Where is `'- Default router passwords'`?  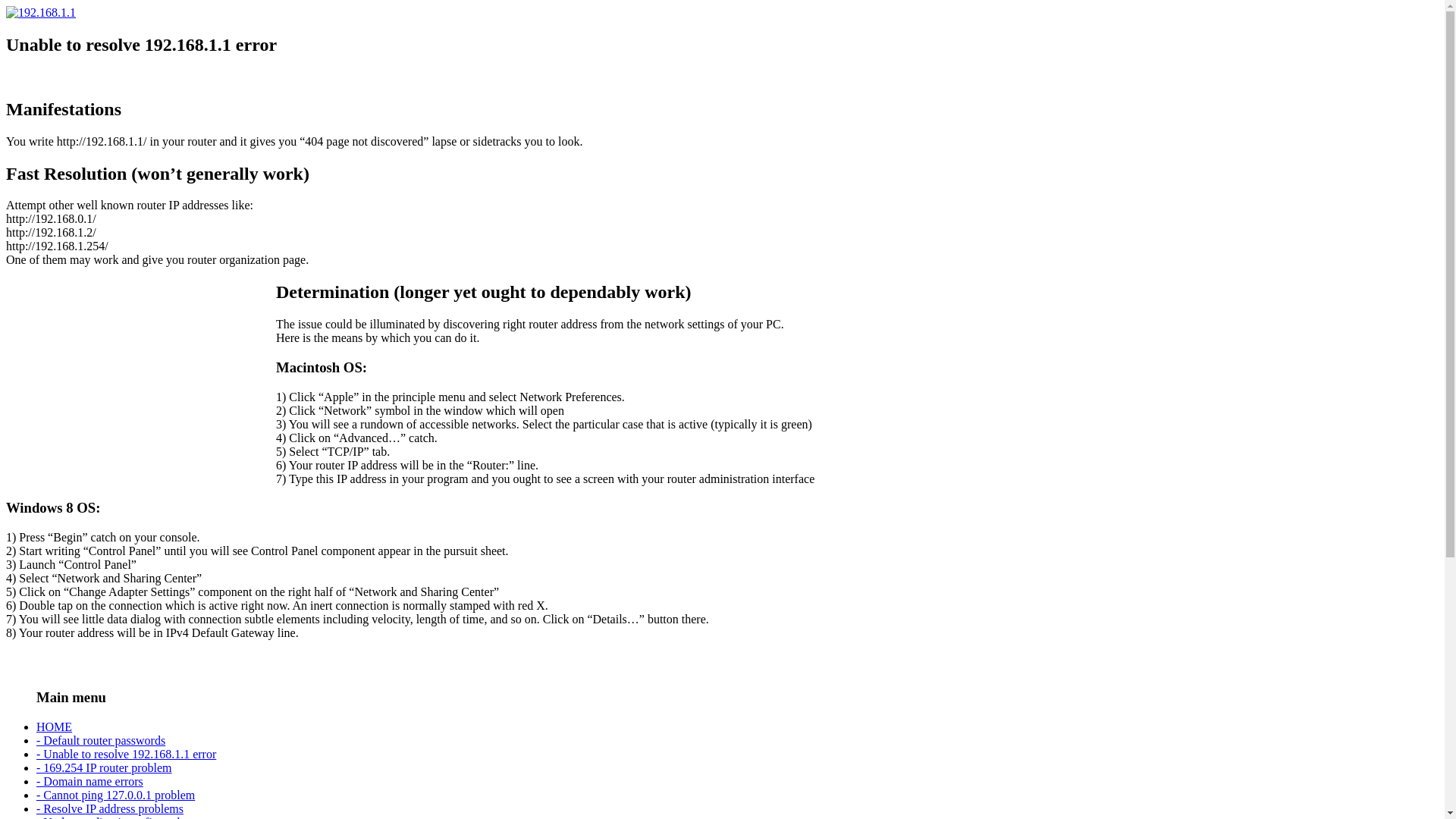 '- Default router passwords' is located at coordinates (100, 739).